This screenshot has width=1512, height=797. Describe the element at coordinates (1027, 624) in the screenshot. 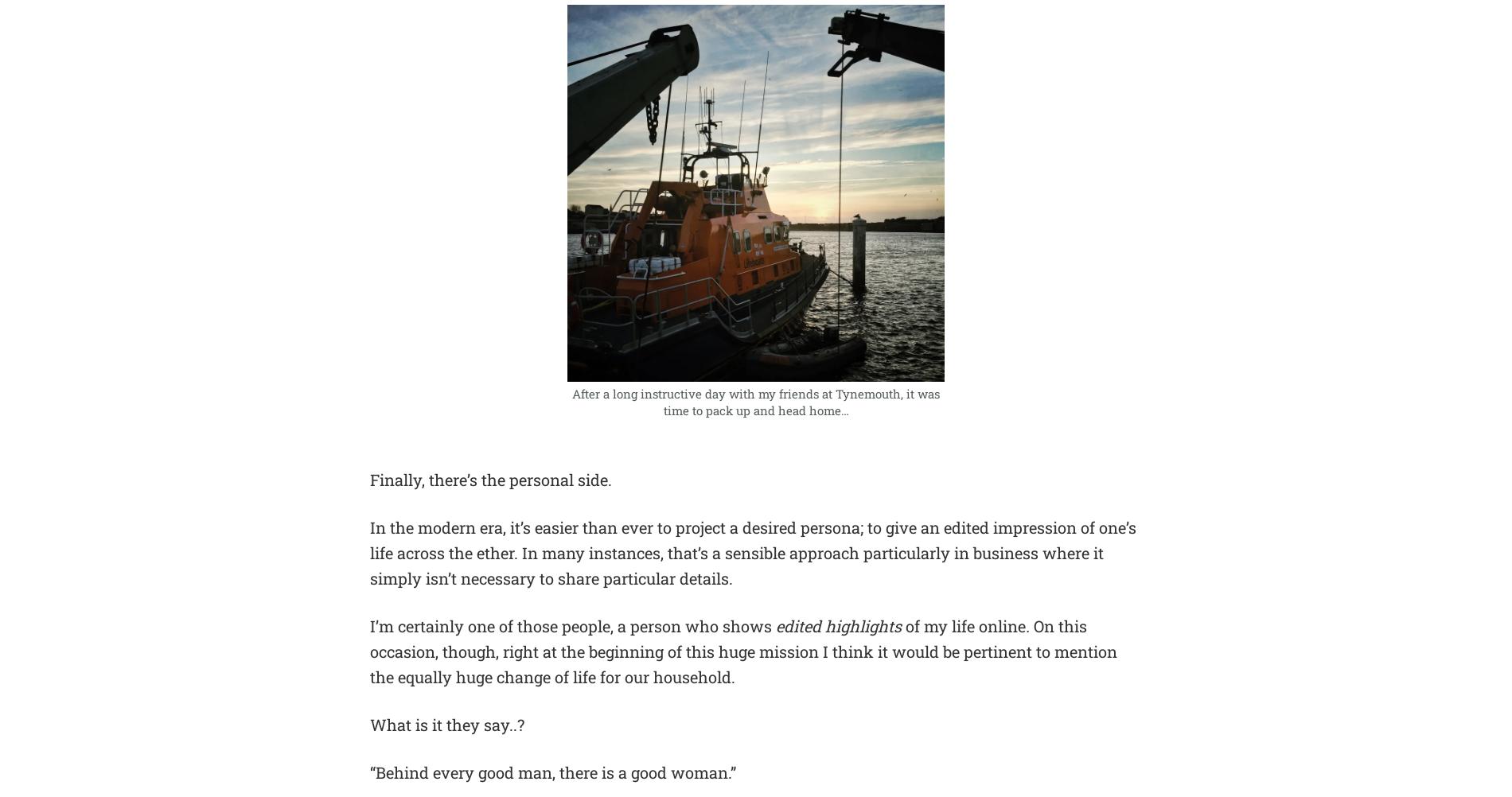

I see `'.'` at that location.